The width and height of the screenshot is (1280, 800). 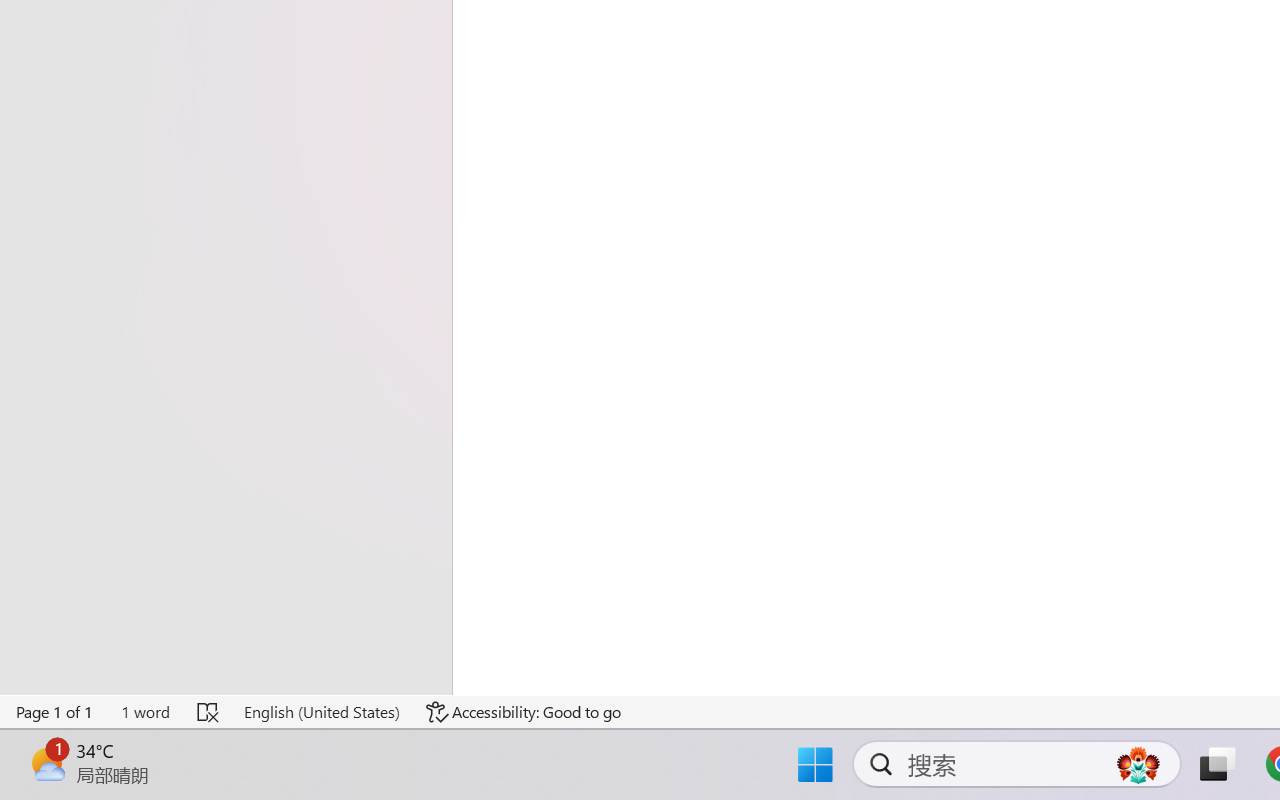 What do you see at coordinates (209, 711) in the screenshot?
I see `'Spelling and Grammar Check Errors'` at bounding box center [209, 711].